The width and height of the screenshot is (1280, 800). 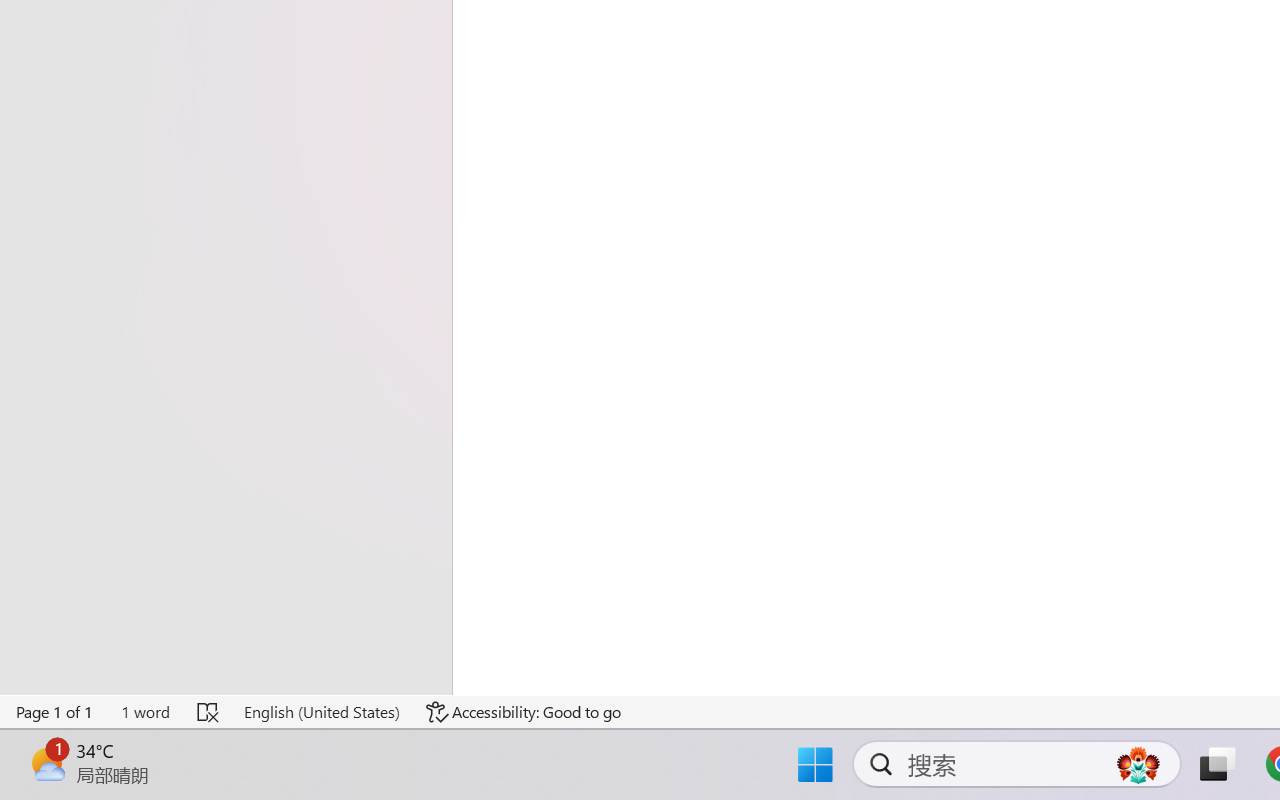 What do you see at coordinates (209, 711) in the screenshot?
I see `'Spelling and Grammar Check Errors'` at bounding box center [209, 711].